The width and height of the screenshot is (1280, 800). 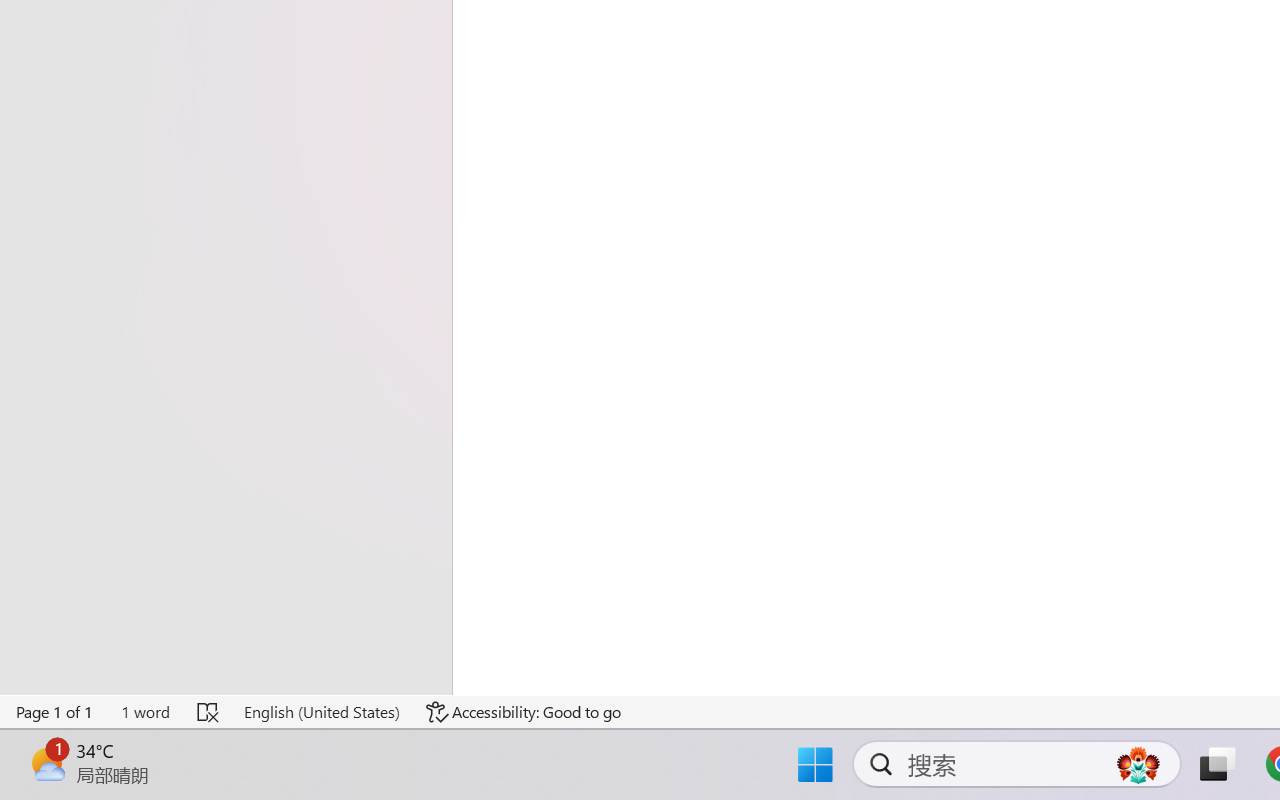 What do you see at coordinates (209, 711) in the screenshot?
I see `'Spelling and Grammar Check Errors'` at bounding box center [209, 711].